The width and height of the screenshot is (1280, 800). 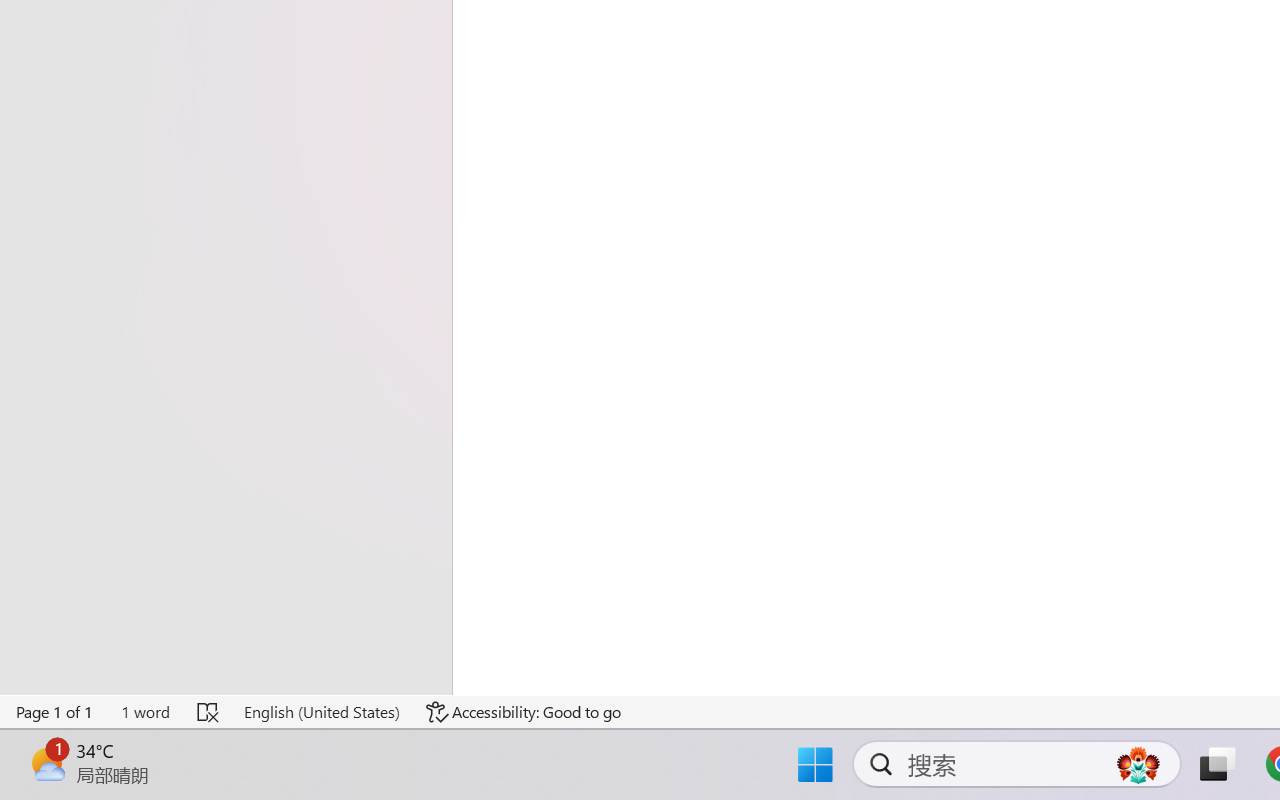 What do you see at coordinates (209, 711) in the screenshot?
I see `'Spelling and Grammar Check Errors'` at bounding box center [209, 711].